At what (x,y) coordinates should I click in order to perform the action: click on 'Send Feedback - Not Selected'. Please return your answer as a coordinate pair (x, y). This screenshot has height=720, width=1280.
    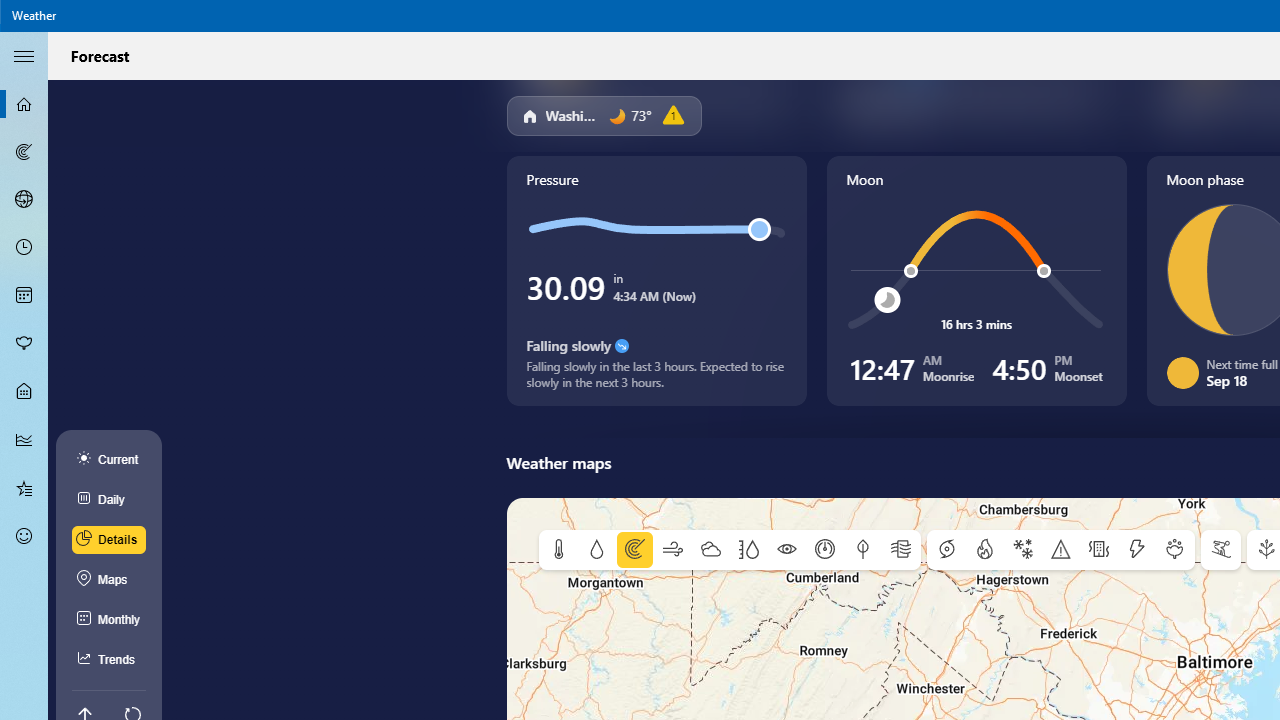
    Looking at the image, I should click on (24, 535).